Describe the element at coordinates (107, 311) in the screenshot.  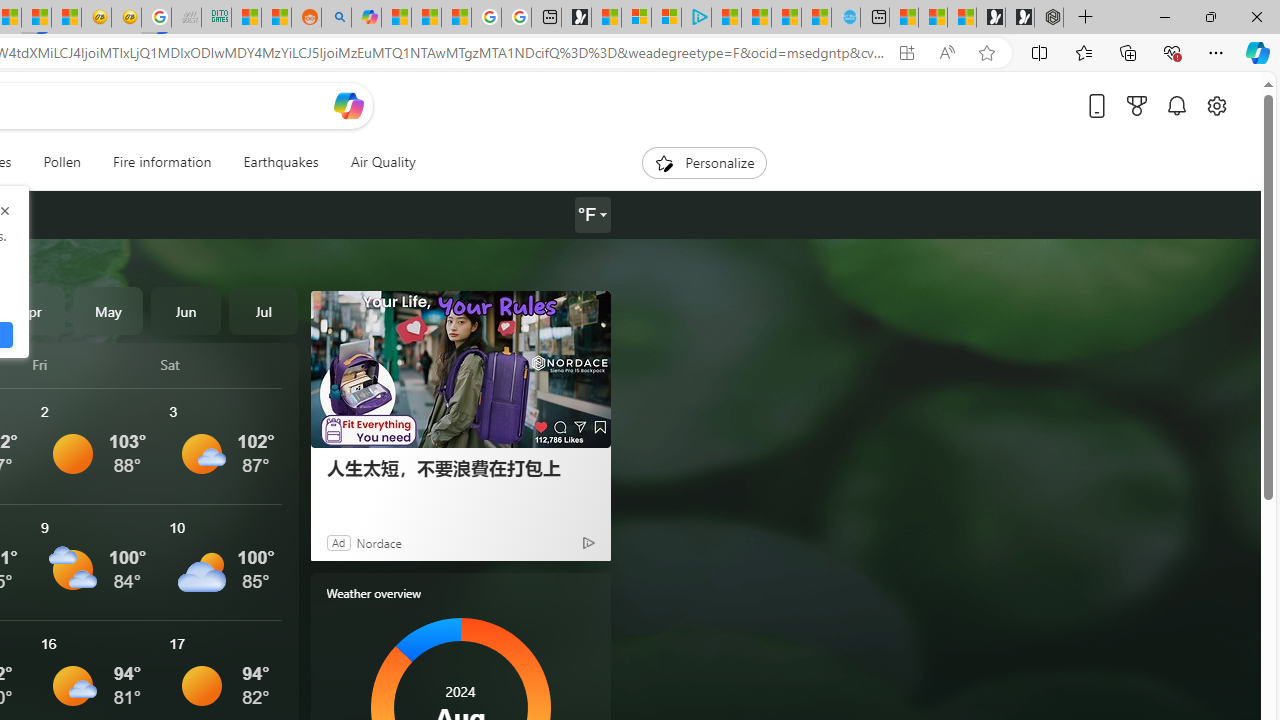
I see `'May'` at that location.